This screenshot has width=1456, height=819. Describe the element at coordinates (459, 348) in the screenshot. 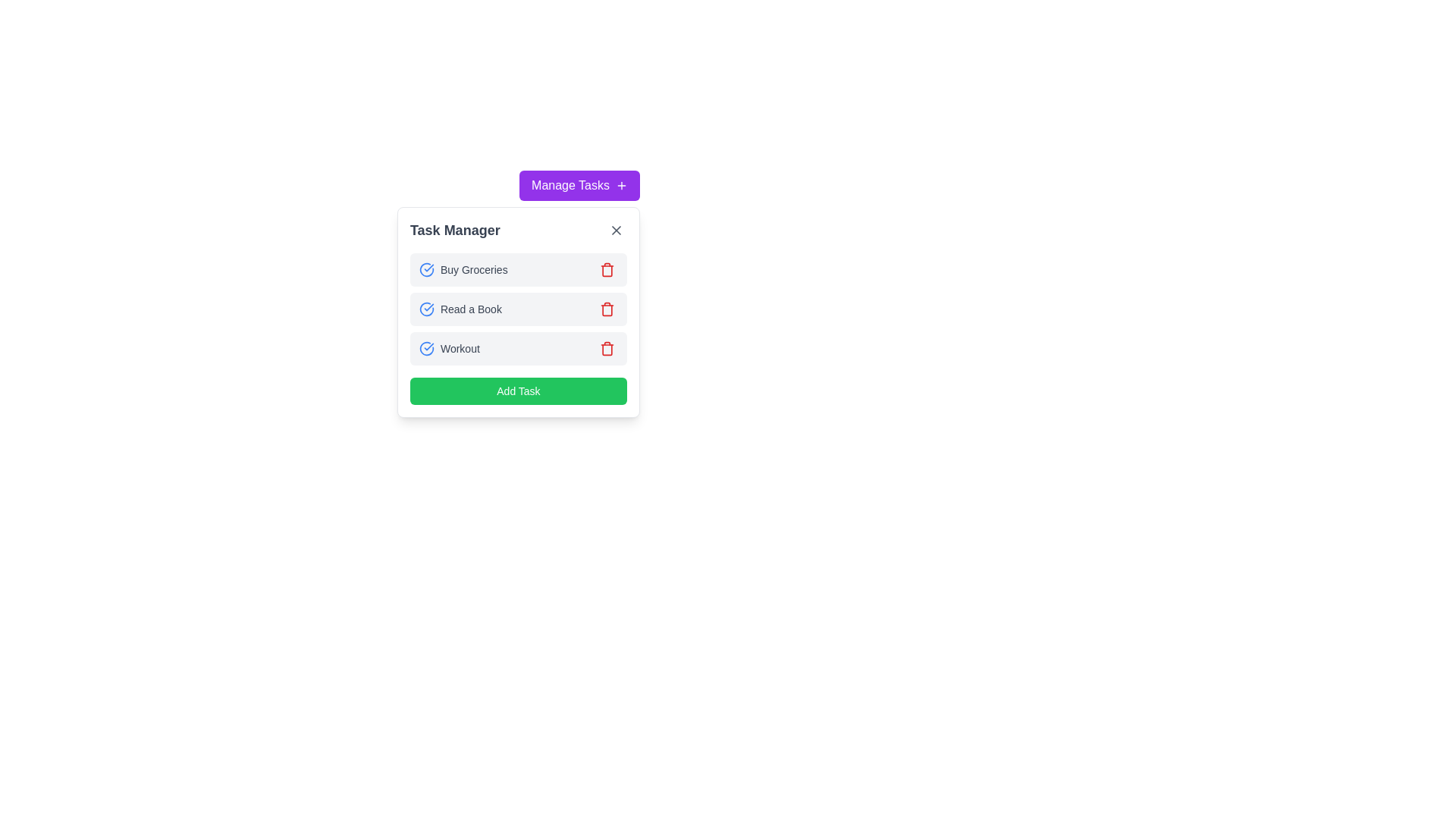

I see `the task name label located in the task management system, positioned third in the vertical task list, right-aligned with an icon, and above the 'Add Task' button` at that location.